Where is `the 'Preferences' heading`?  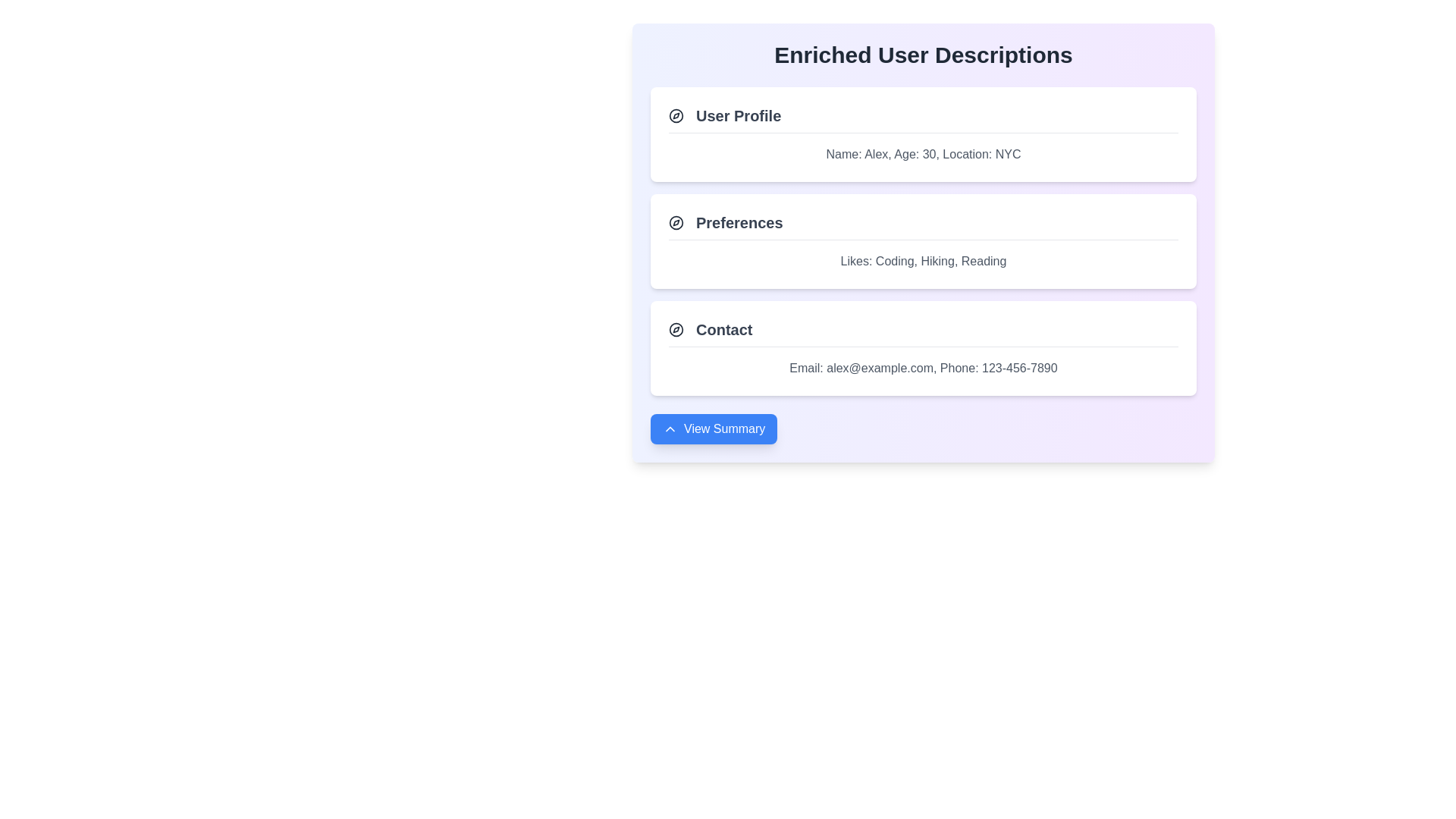
the 'Preferences' heading is located at coordinates (923, 225).